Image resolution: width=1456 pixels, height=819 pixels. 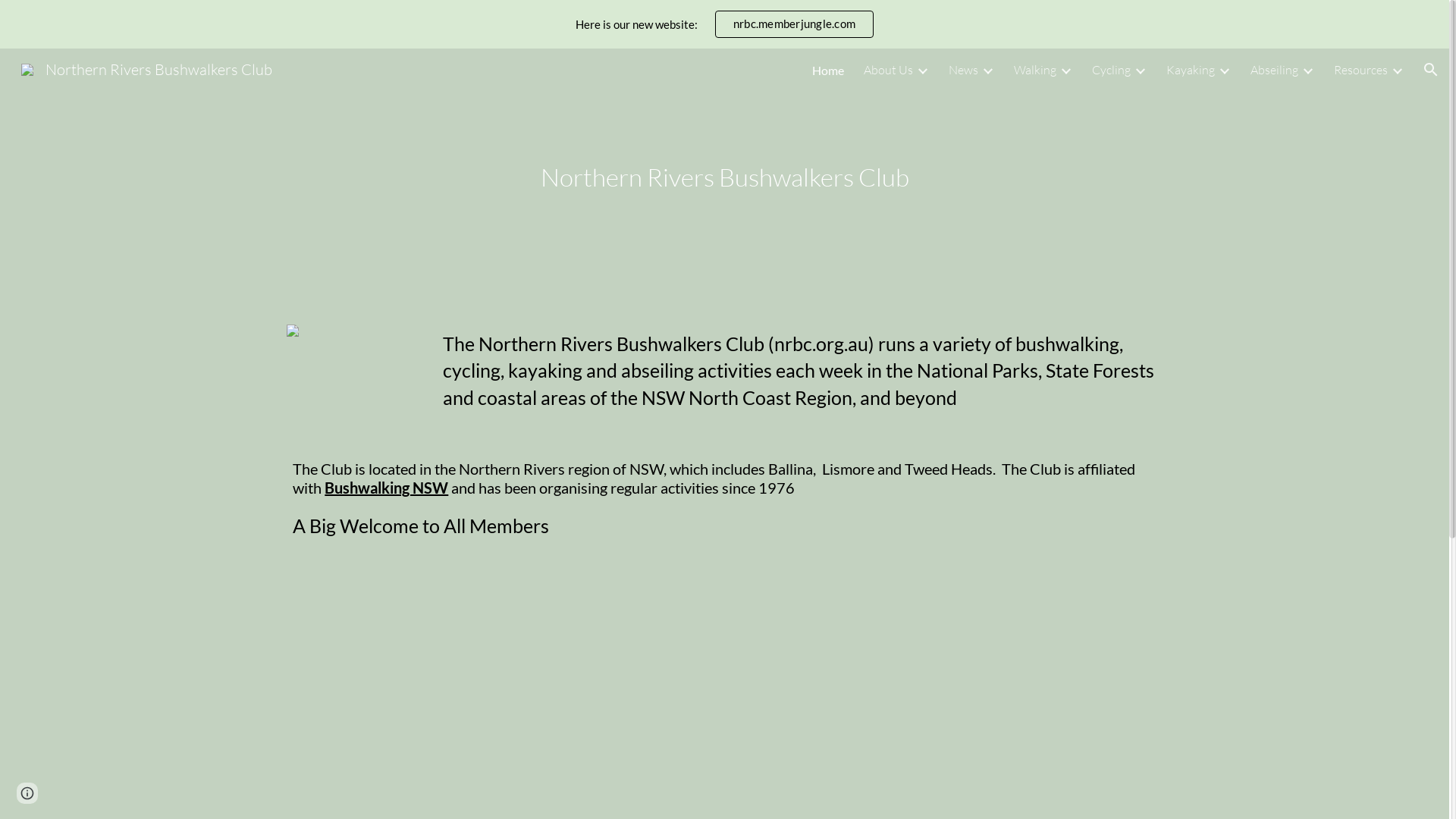 I want to click on 'Expand/Collapse', so click(x=1223, y=70).